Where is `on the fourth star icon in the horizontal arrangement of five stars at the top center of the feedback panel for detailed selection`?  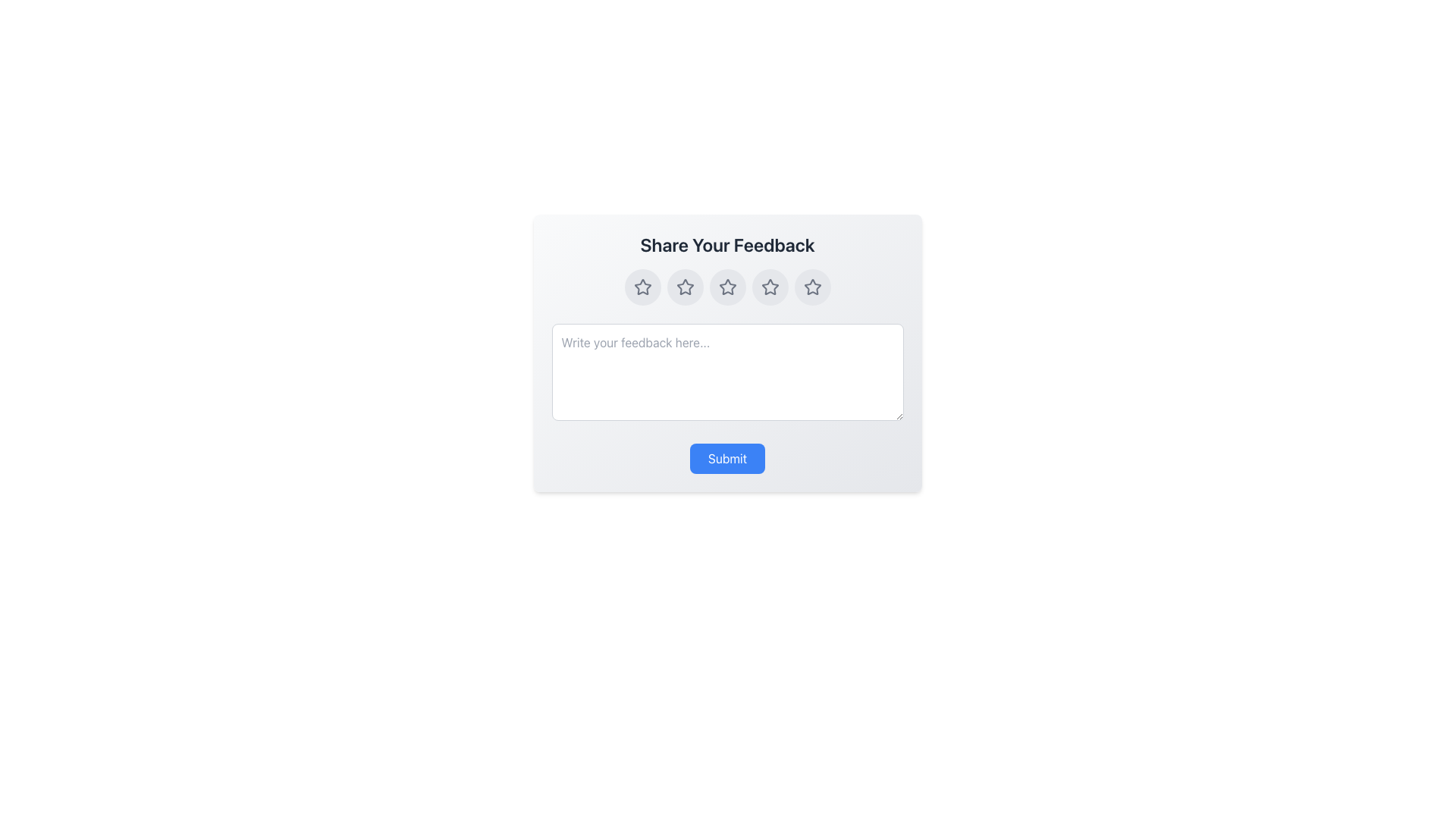 on the fourth star icon in the horizontal arrangement of five stars at the top center of the feedback panel for detailed selection is located at coordinates (770, 287).